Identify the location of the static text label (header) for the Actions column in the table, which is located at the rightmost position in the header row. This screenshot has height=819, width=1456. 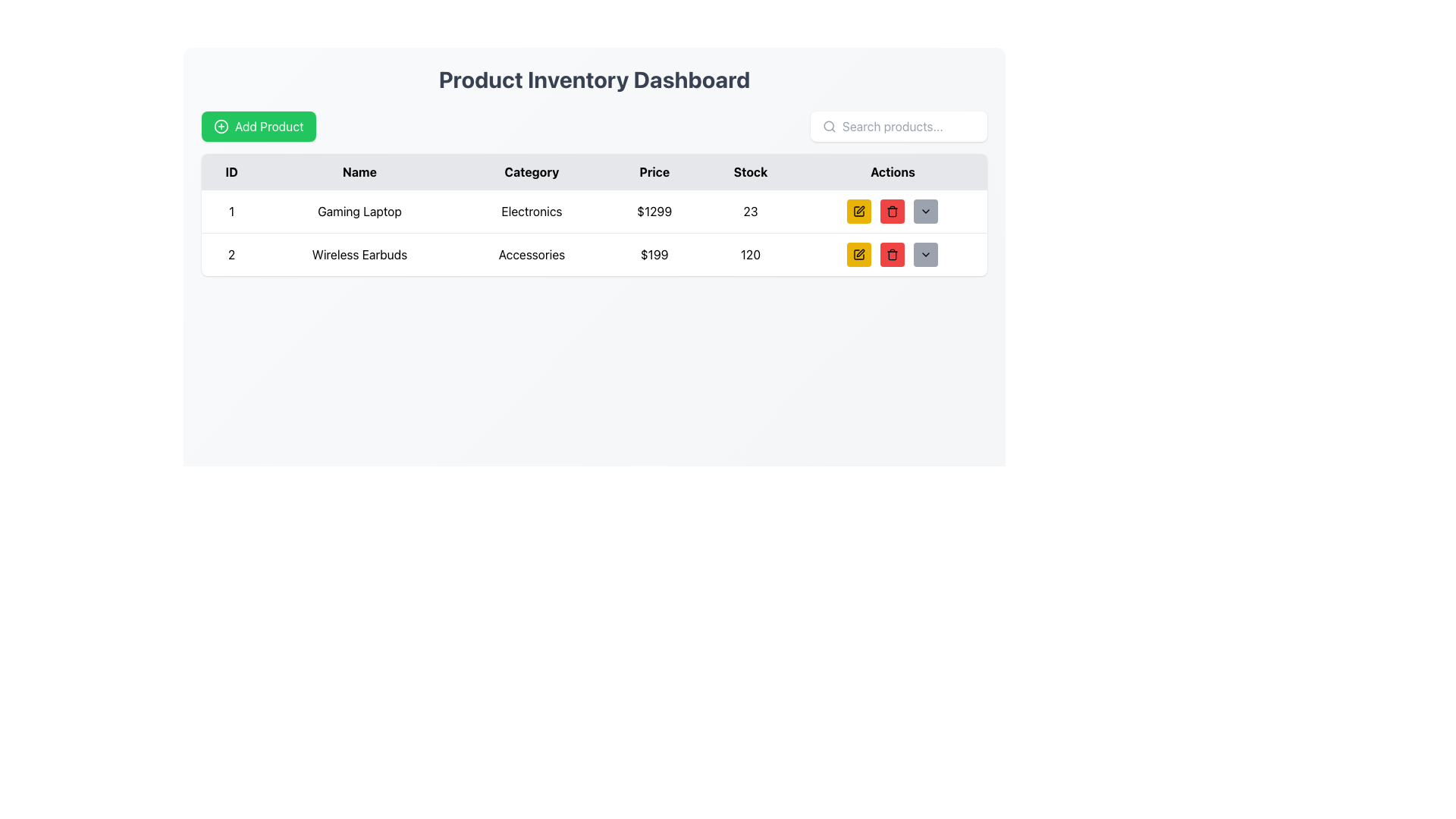
(893, 171).